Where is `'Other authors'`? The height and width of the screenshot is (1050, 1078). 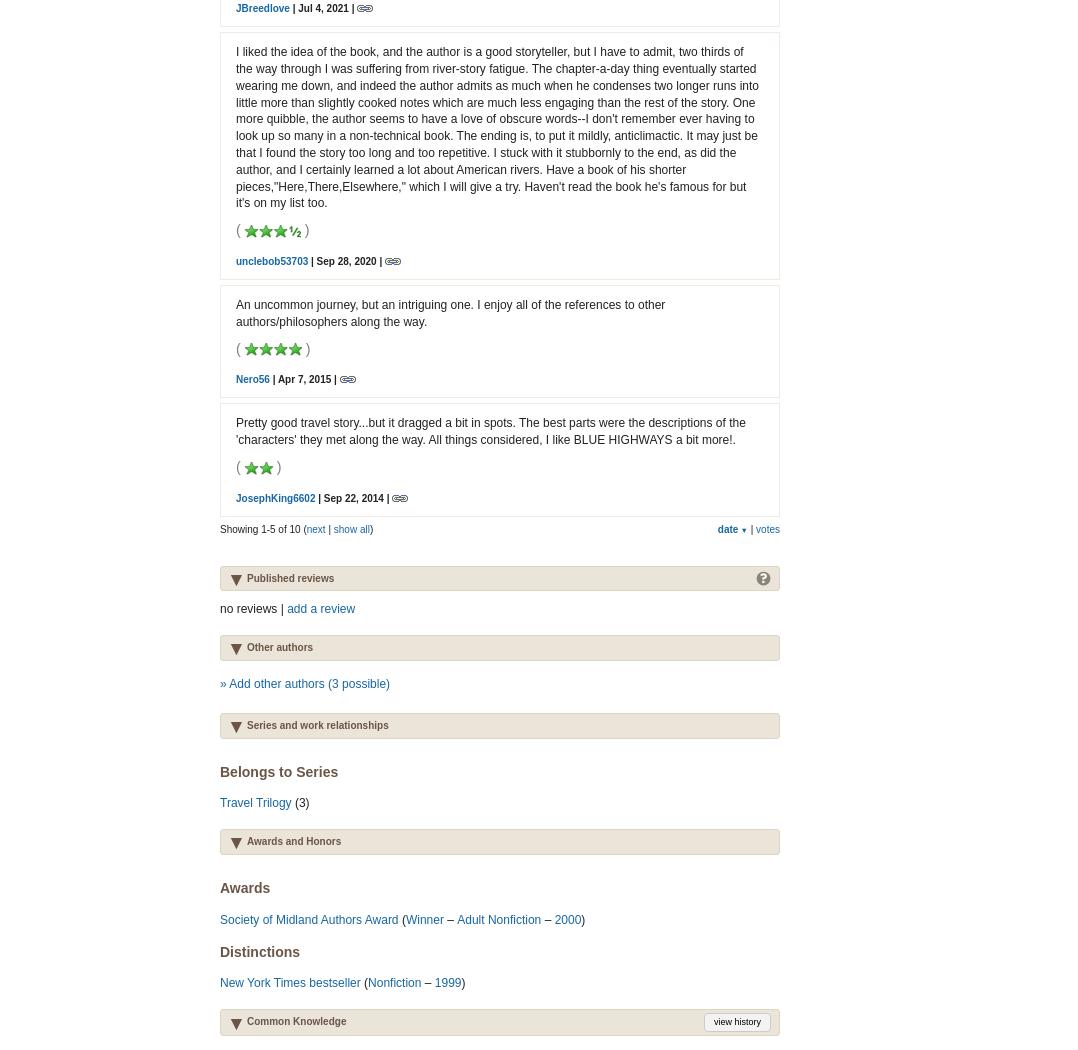 'Other authors' is located at coordinates (245, 646).